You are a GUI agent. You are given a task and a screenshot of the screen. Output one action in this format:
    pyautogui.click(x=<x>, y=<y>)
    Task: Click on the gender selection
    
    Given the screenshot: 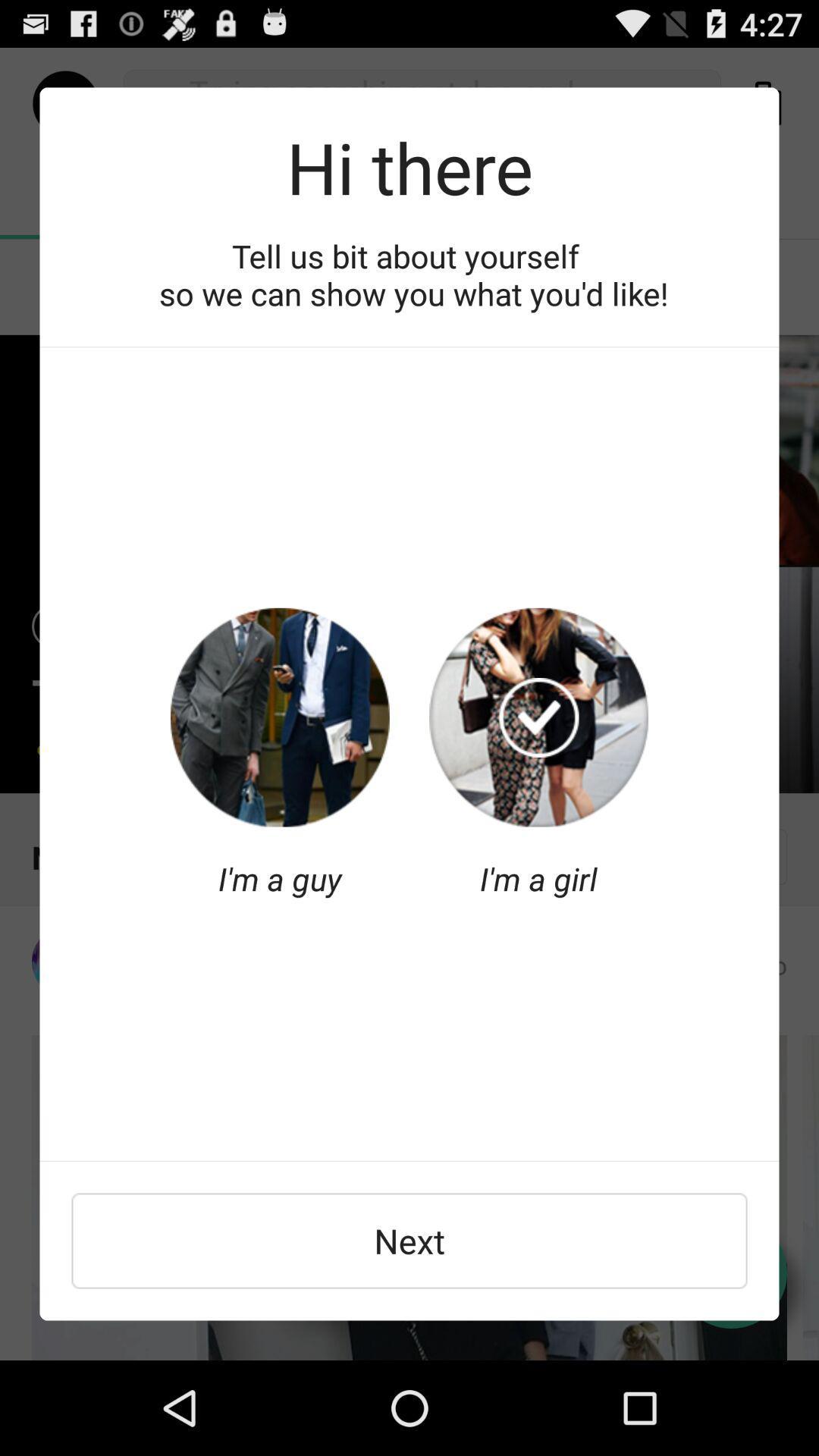 What is the action you would take?
    pyautogui.click(x=538, y=717)
    